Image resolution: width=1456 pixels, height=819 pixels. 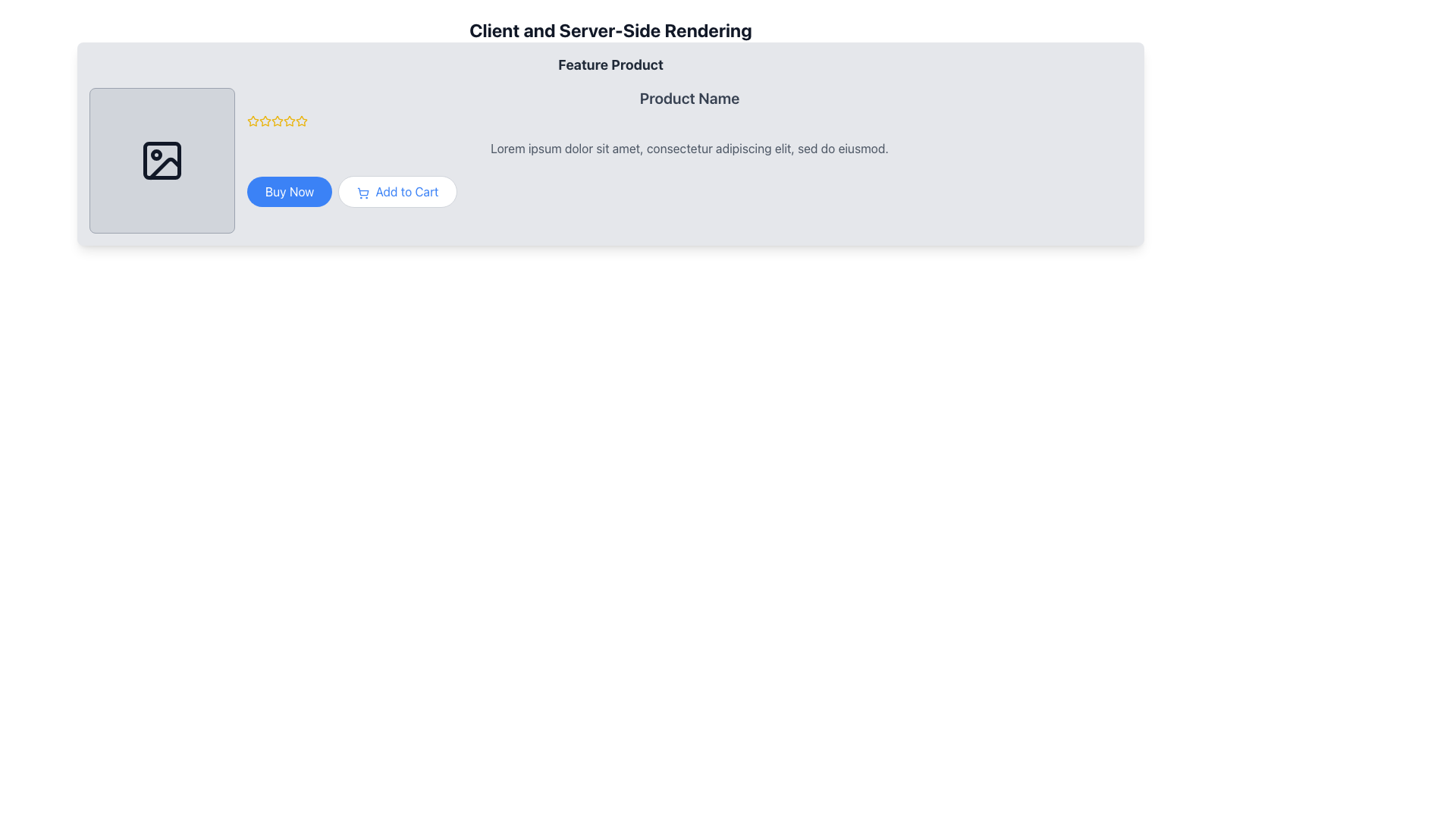 I want to click on the shopping cart icon located inside the 'Add to Cart' button, so click(x=362, y=192).